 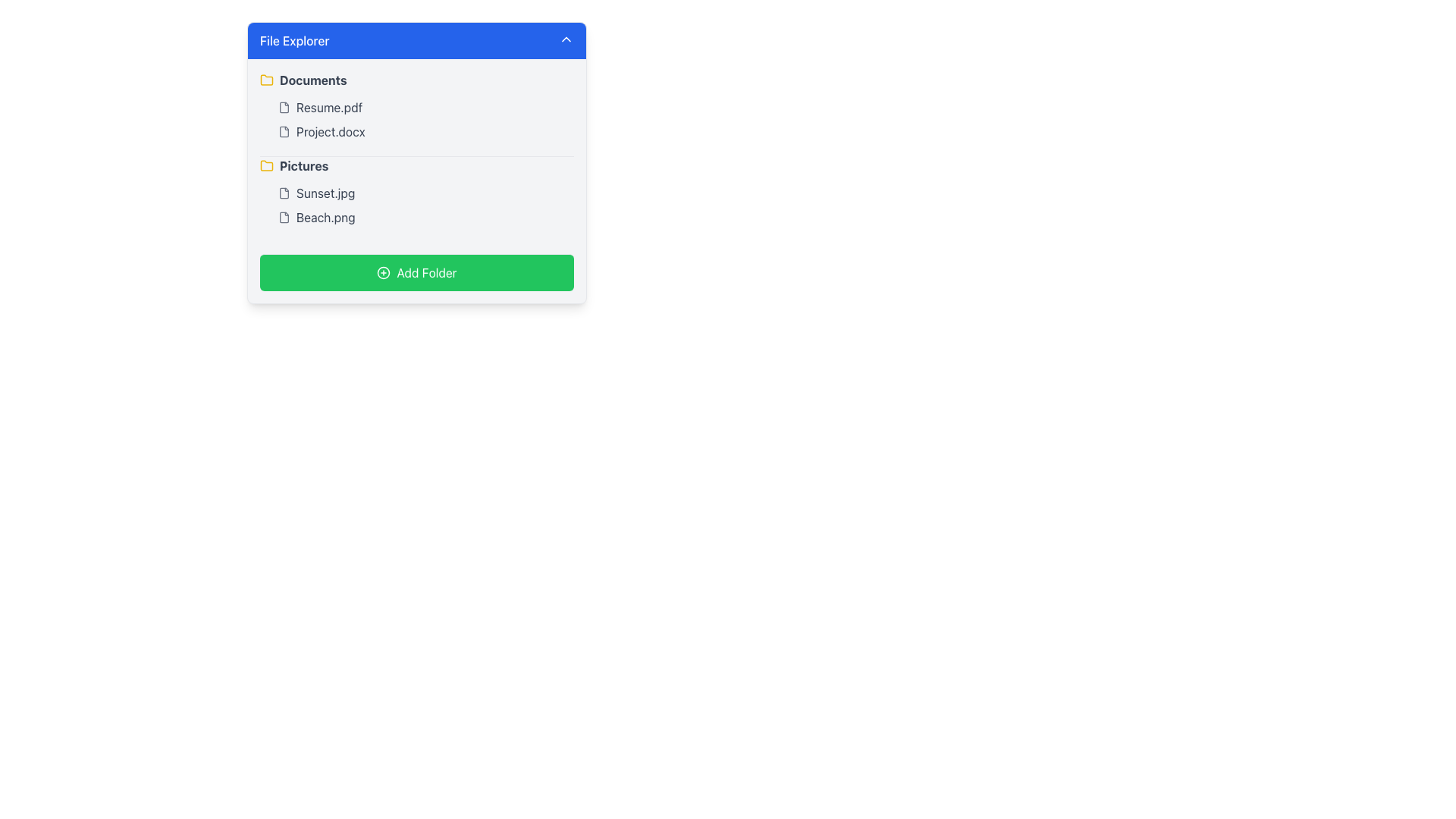 What do you see at coordinates (425, 217) in the screenshot?
I see `the list item labeled 'Beach.png' located in the 'Pictures' section of the file explorer` at bounding box center [425, 217].